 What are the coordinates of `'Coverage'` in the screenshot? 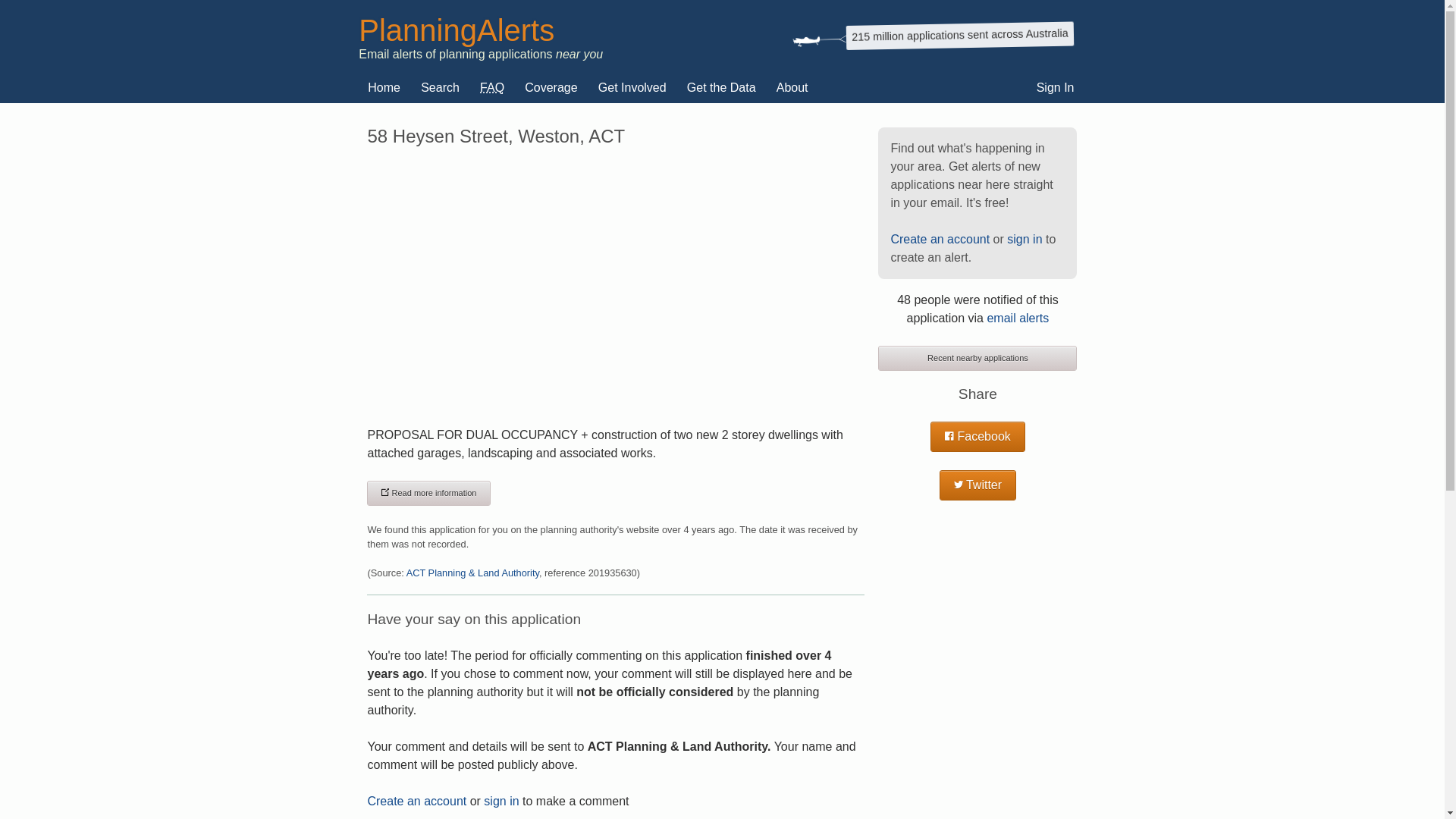 It's located at (516, 87).